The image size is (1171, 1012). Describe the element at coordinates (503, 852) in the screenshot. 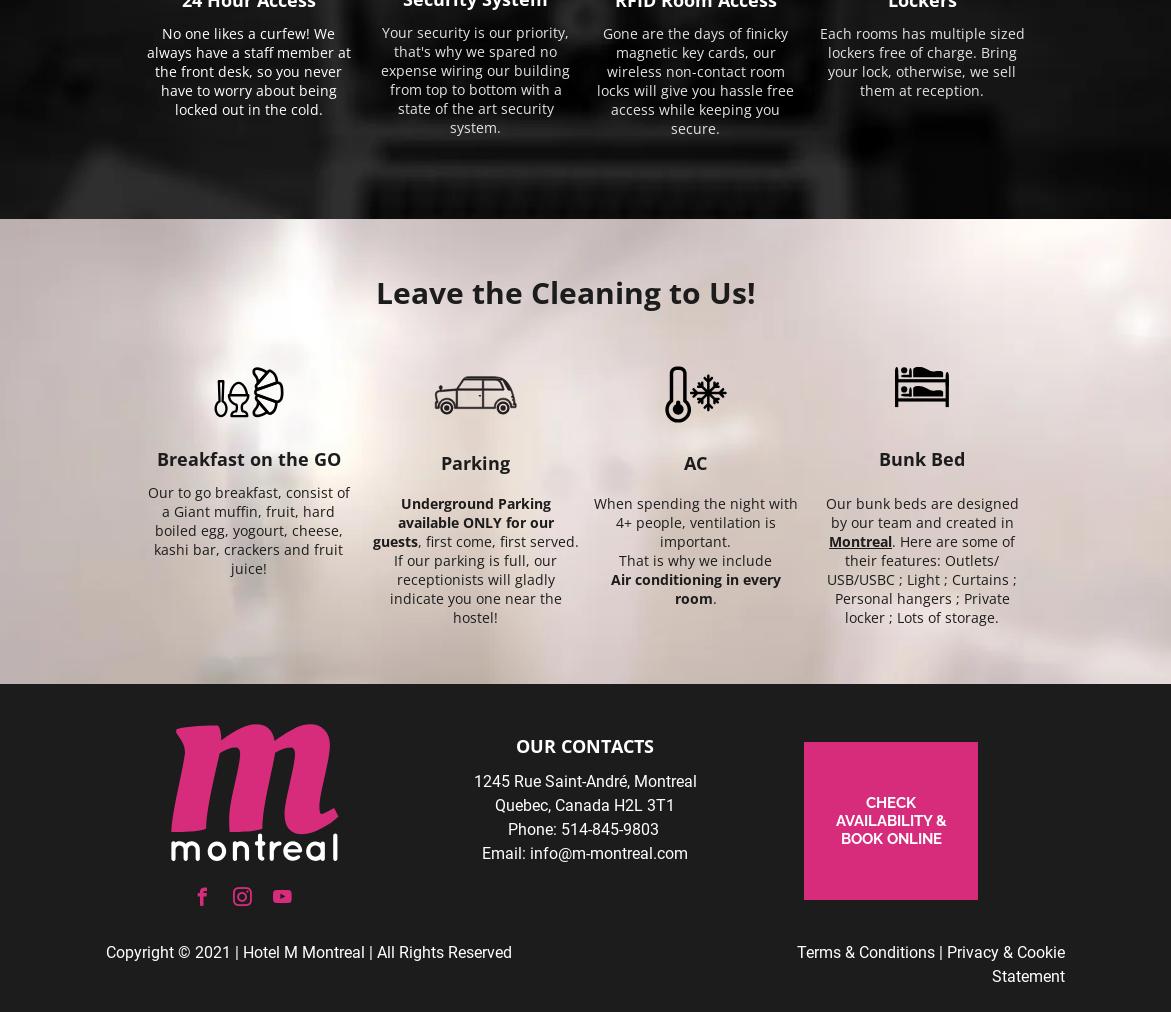

I see `'Email:'` at that location.